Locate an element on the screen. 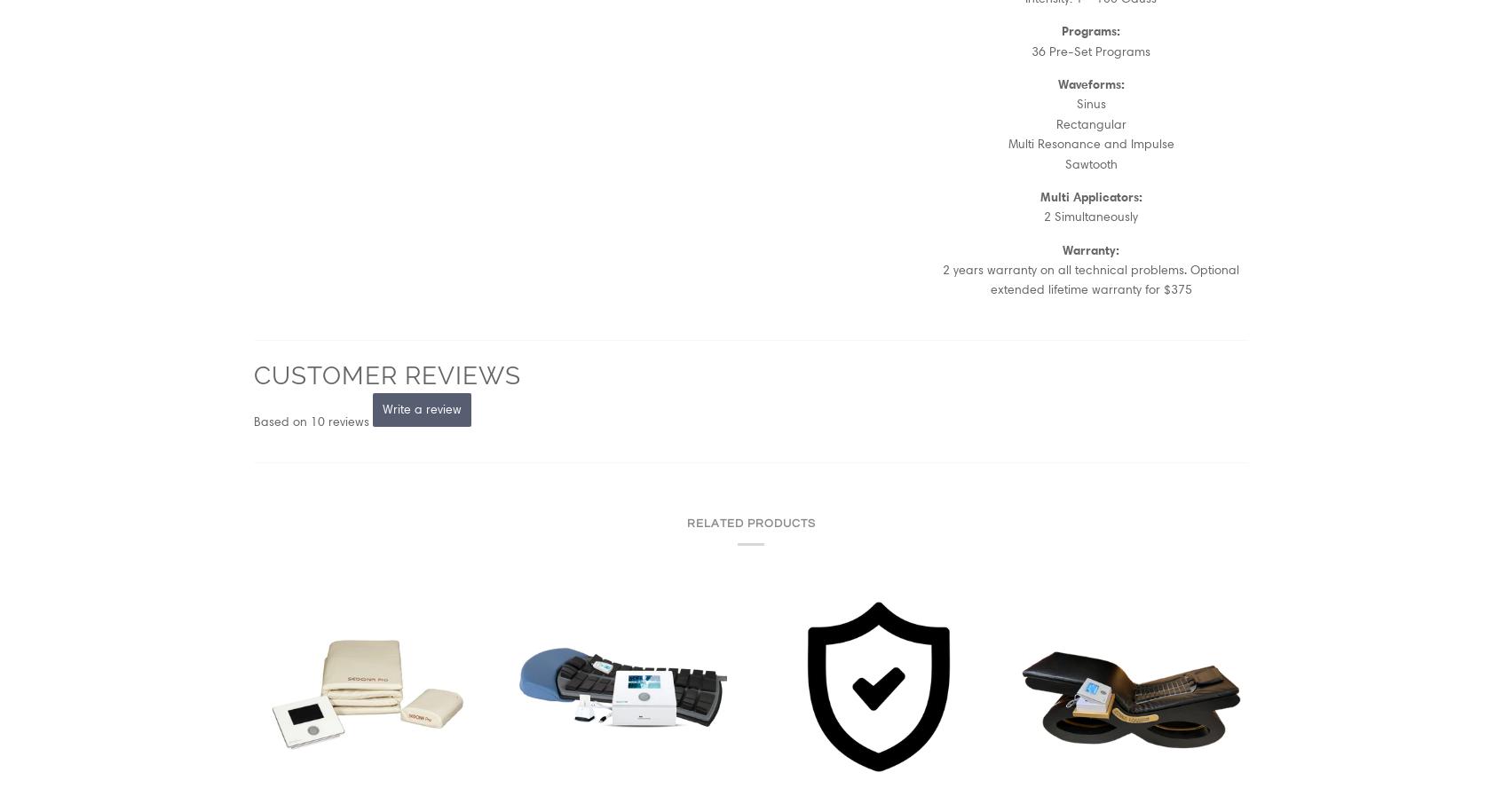 Image resolution: width=1502 pixels, height=812 pixels. 'Sawtooth' is located at coordinates (1090, 162).